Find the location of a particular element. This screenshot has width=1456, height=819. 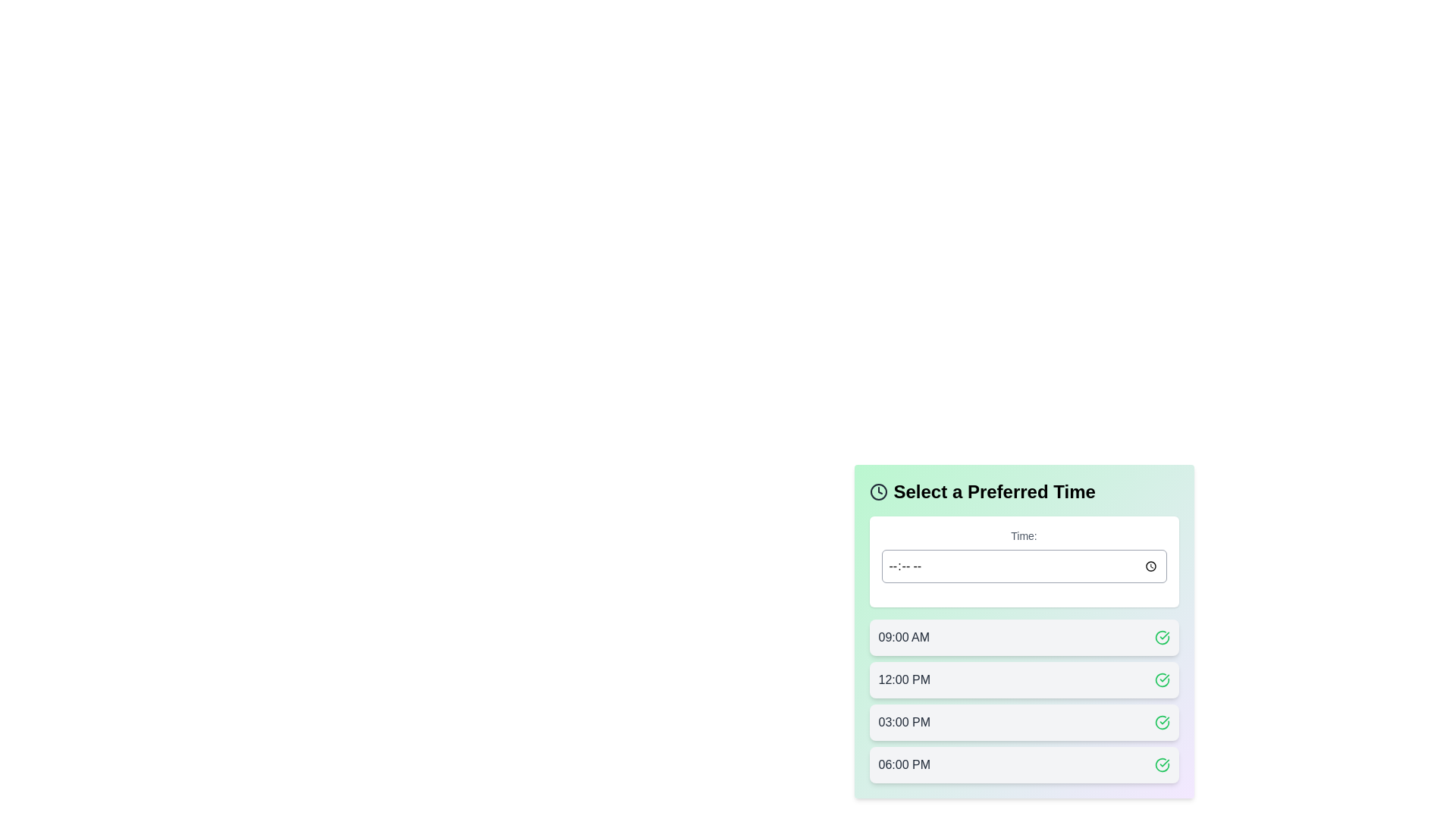

the visual confirmation icon located on the right side of the row for the '06:00 PM' time slot, which indicates the selection of this time slot is located at coordinates (1161, 637).